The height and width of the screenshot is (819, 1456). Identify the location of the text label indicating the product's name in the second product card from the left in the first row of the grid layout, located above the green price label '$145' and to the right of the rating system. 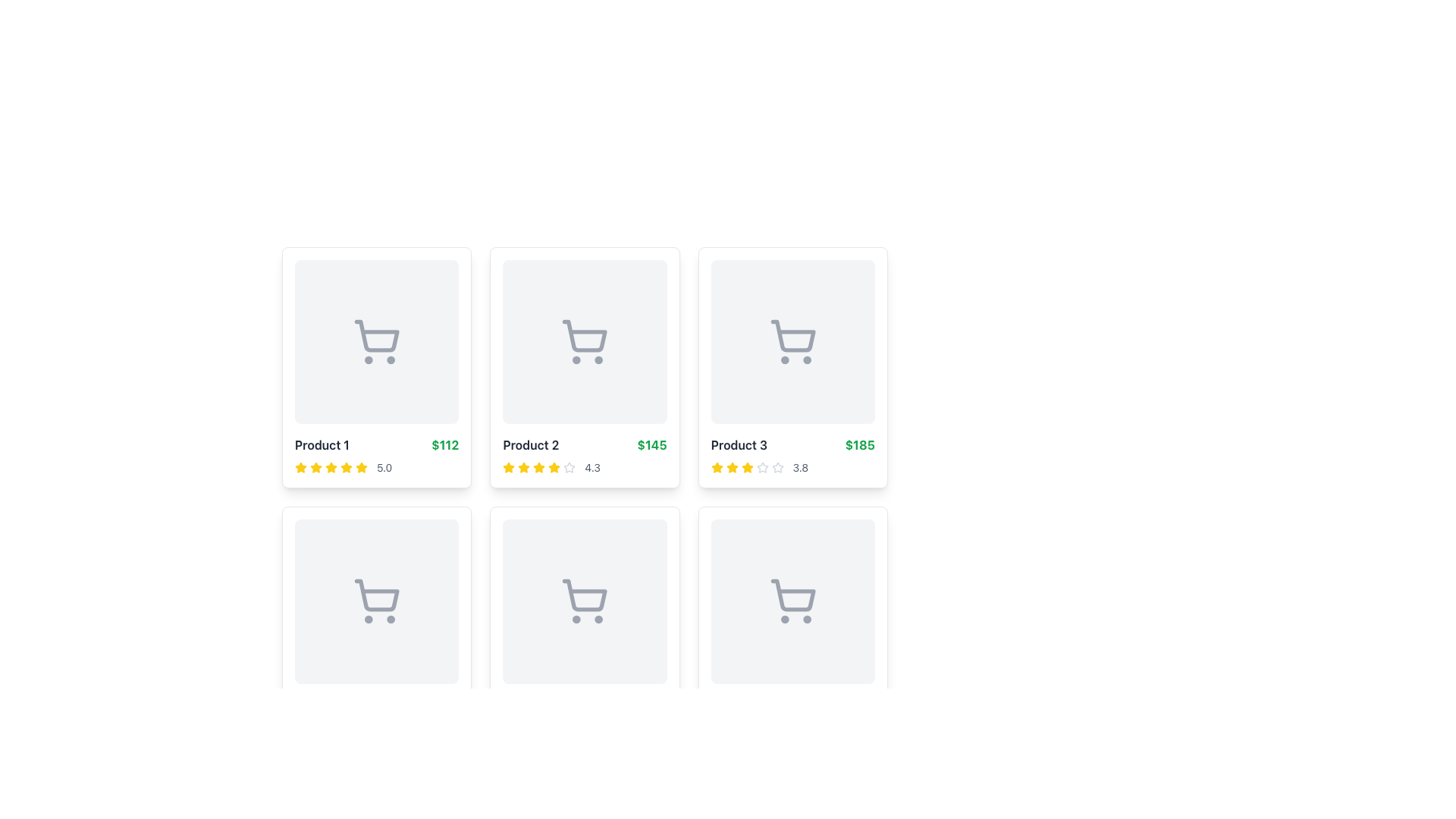
(531, 444).